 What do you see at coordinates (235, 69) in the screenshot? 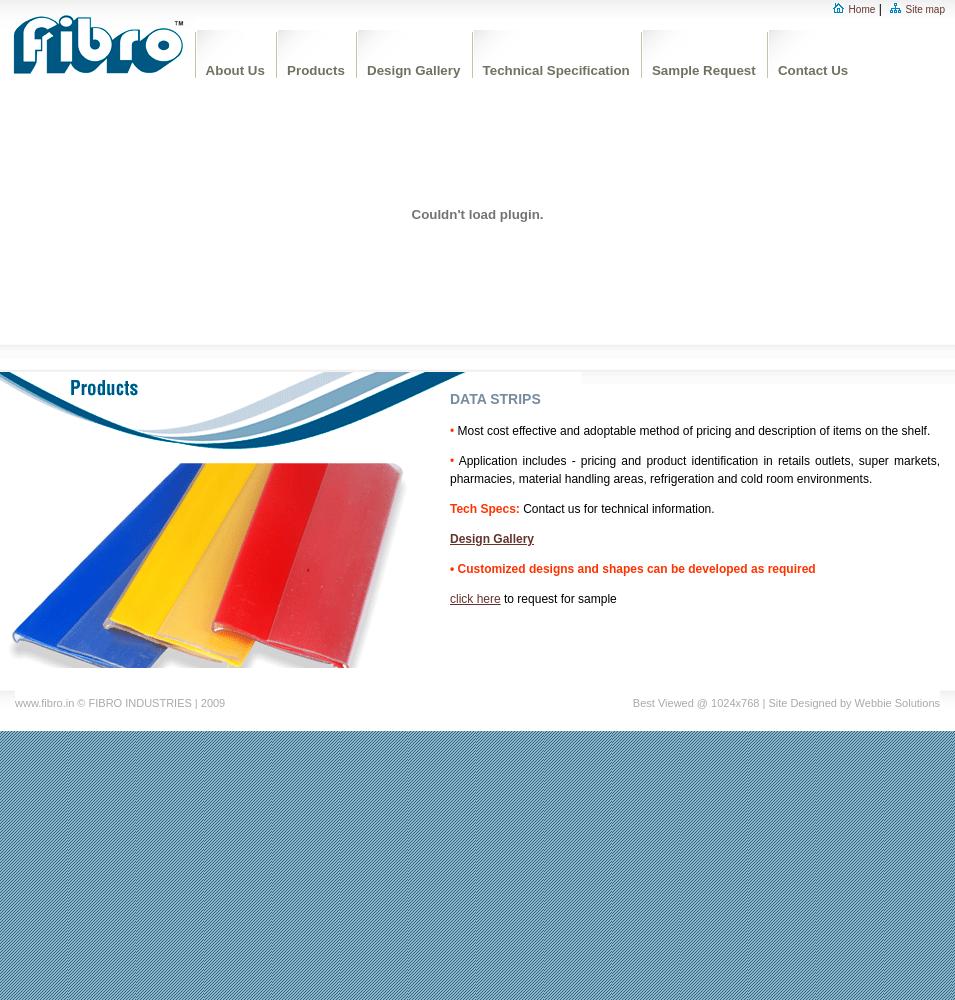
I see `'About Us'` at bounding box center [235, 69].